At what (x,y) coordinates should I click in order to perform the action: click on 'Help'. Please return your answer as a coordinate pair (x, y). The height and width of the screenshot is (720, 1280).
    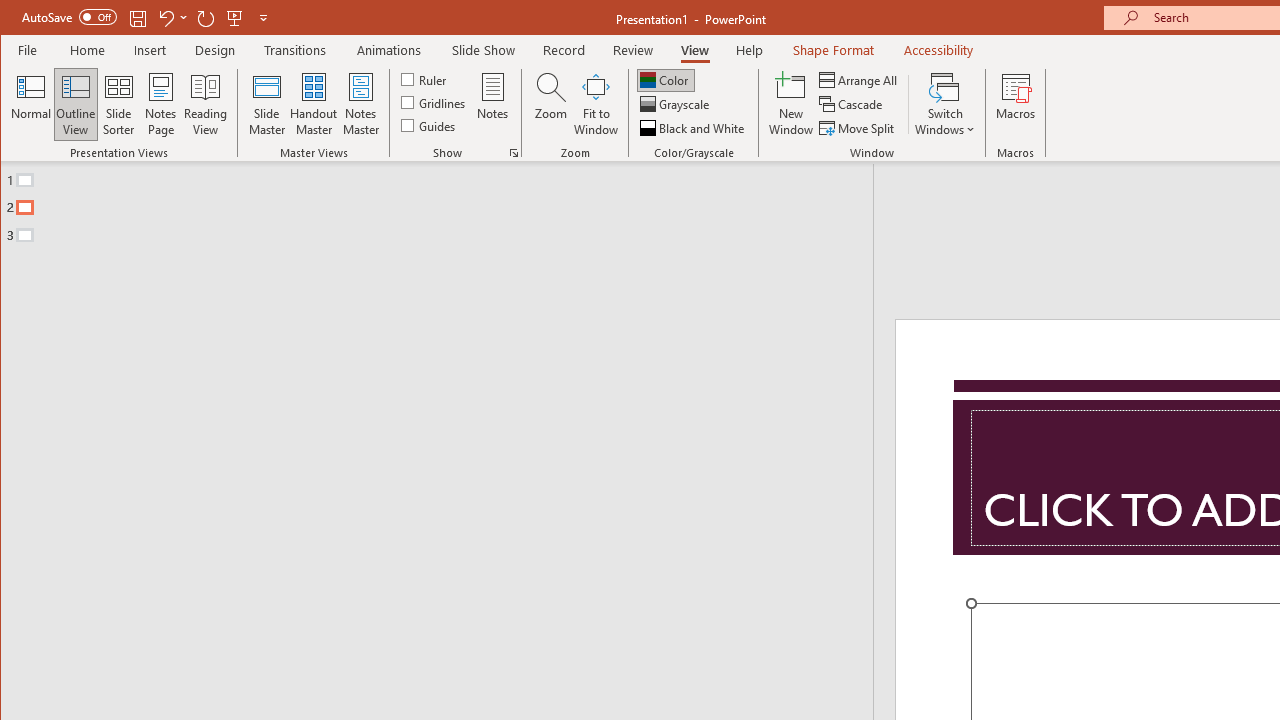
    Looking at the image, I should click on (749, 49).